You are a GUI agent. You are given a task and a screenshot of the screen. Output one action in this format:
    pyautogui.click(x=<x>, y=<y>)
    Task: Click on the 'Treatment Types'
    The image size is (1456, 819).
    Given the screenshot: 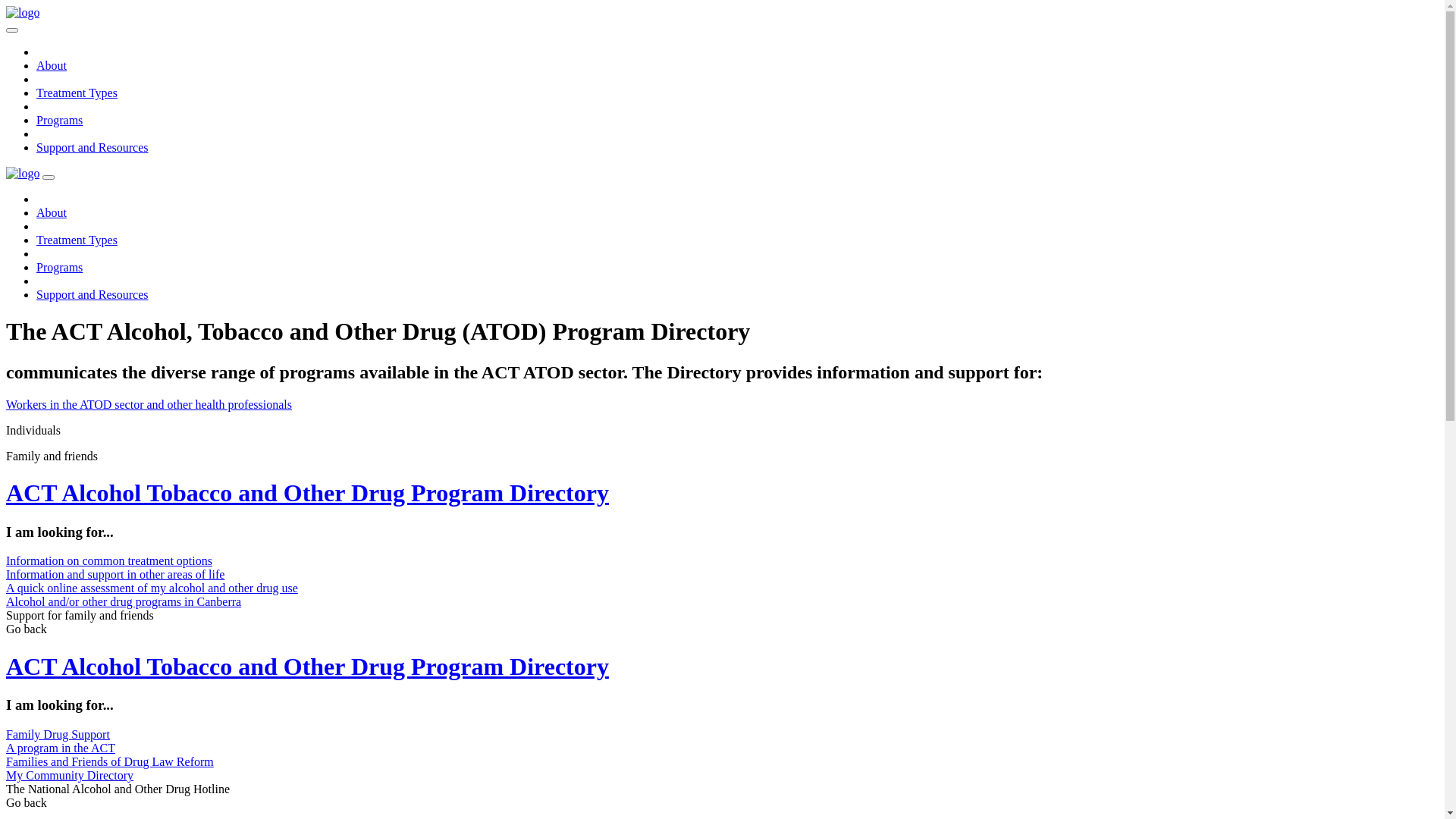 What is the action you would take?
    pyautogui.click(x=76, y=239)
    